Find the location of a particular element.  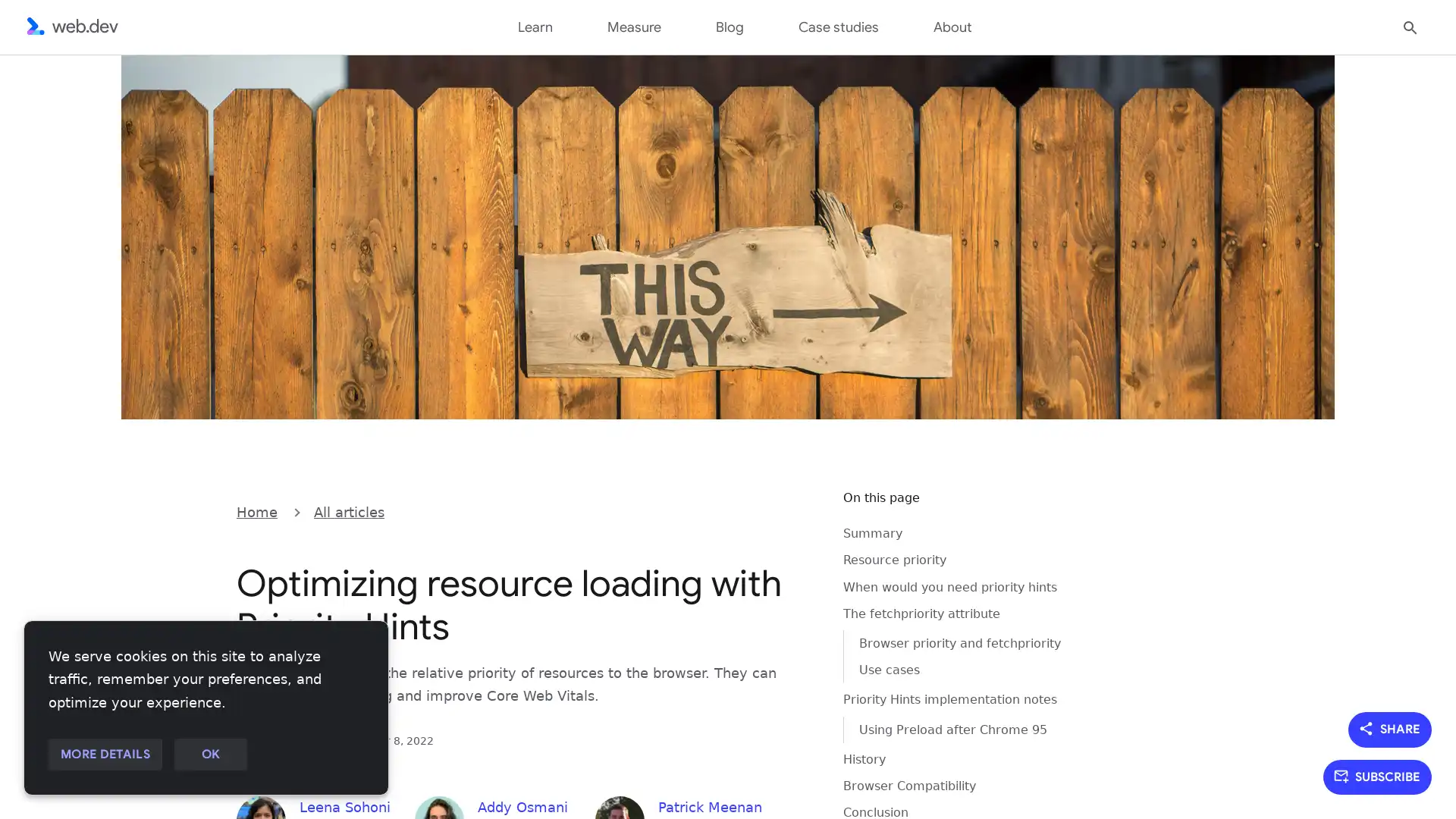

OK is located at coordinates (209, 755).